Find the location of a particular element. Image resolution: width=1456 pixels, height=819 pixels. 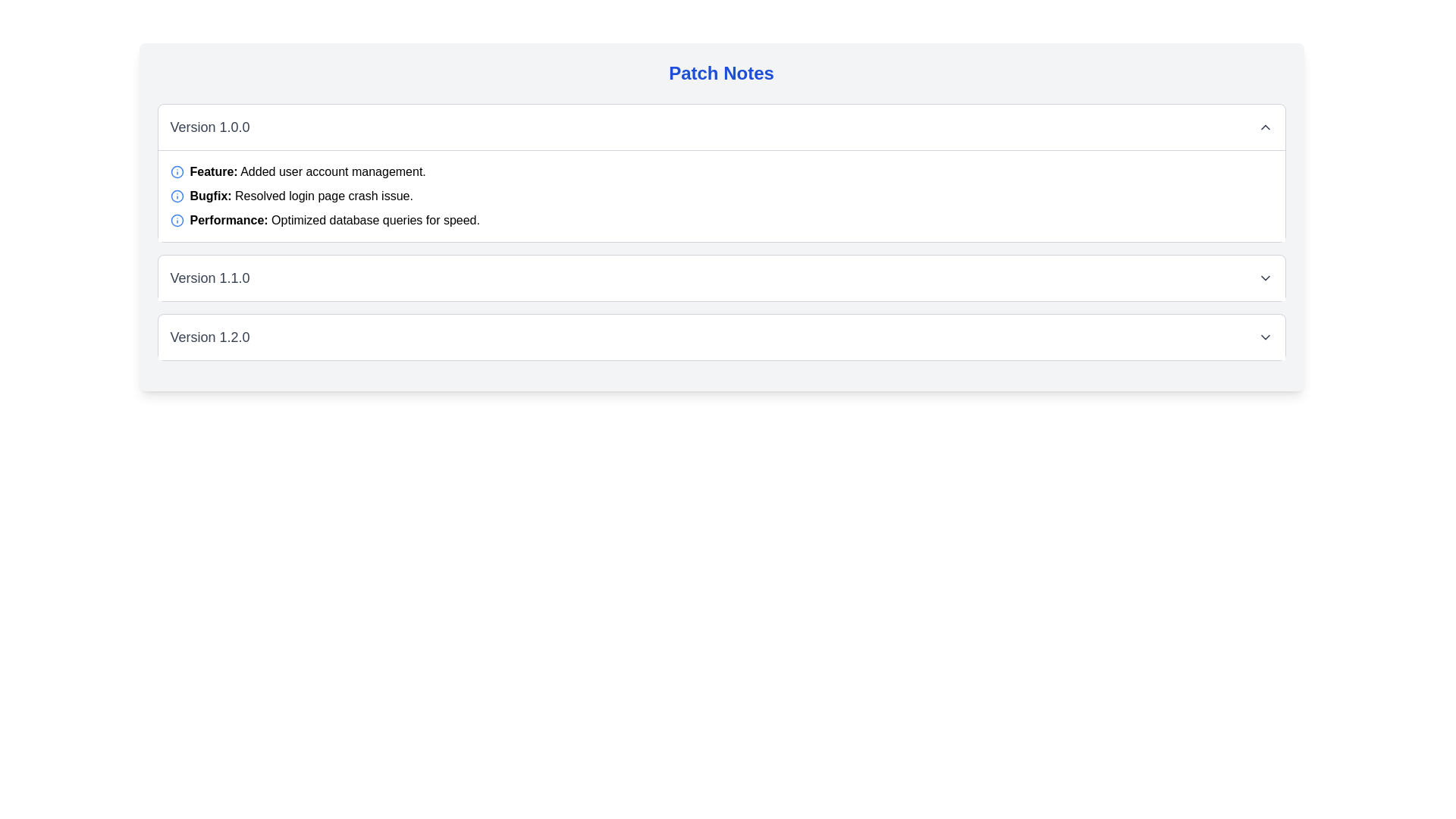

the informational icon that indicates a Bugfix, which is located to the far left of the text 'Bugfix: Resolved login page crash issue.' in the second row of the list under 'Version 1.0.0.' is located at coordinates (177, 195).